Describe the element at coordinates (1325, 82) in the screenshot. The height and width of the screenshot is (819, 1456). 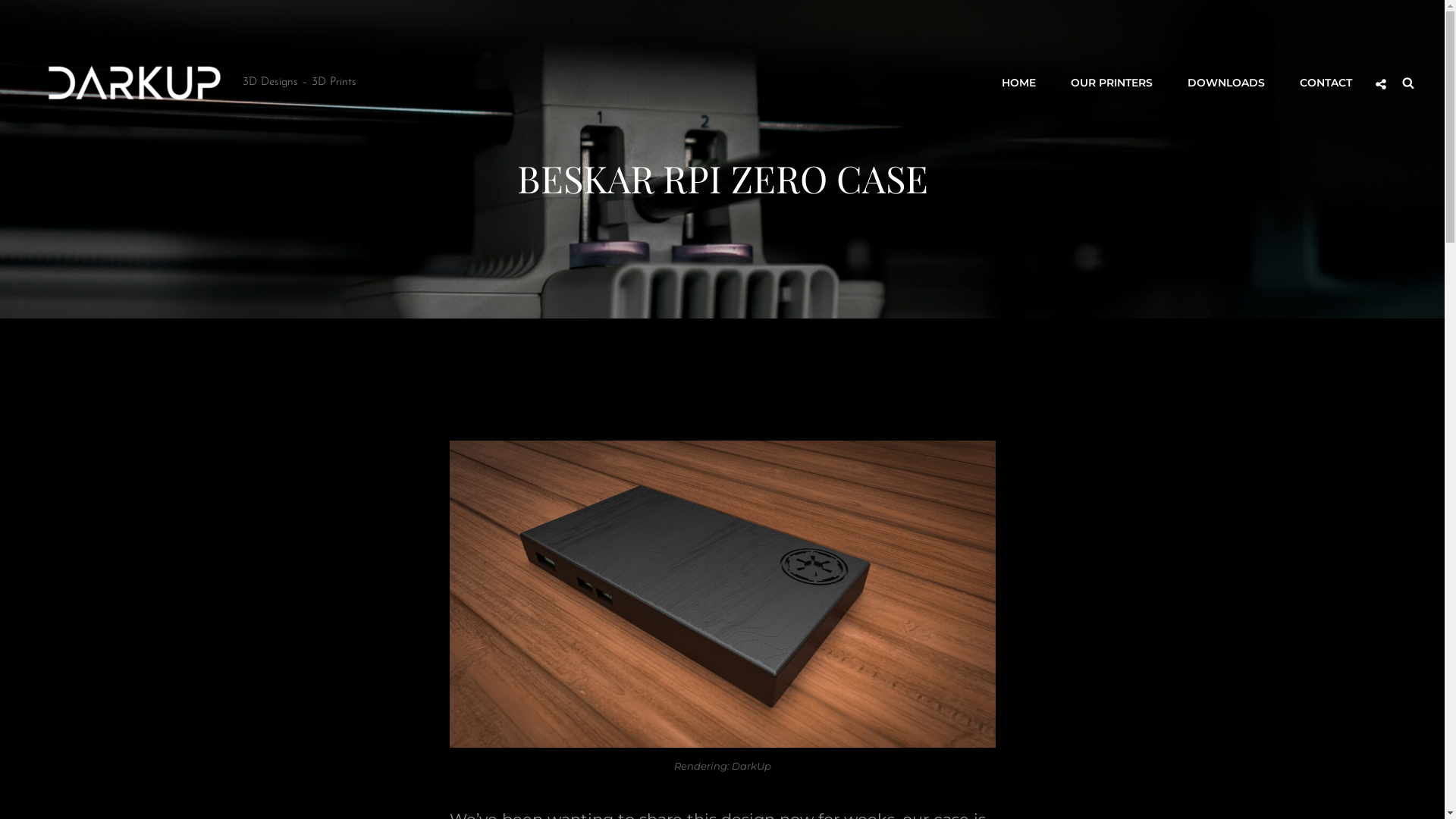
I see `'CONTACT'` at that location.